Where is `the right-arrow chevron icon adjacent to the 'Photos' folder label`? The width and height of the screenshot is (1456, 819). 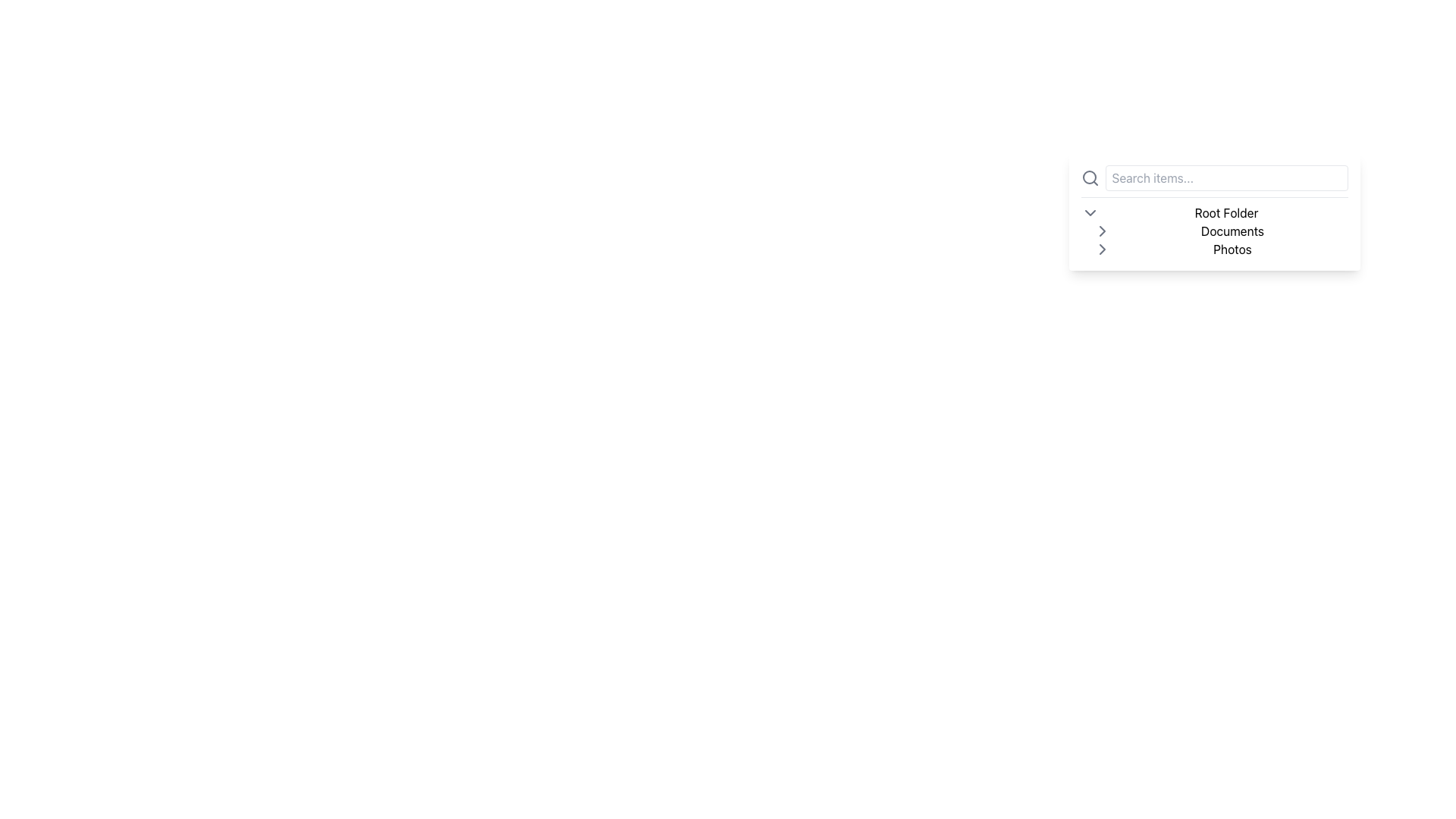
the right-arrow chevron icon adjacent to the 'Photos' folder label is located at coordinates (1102, 231).